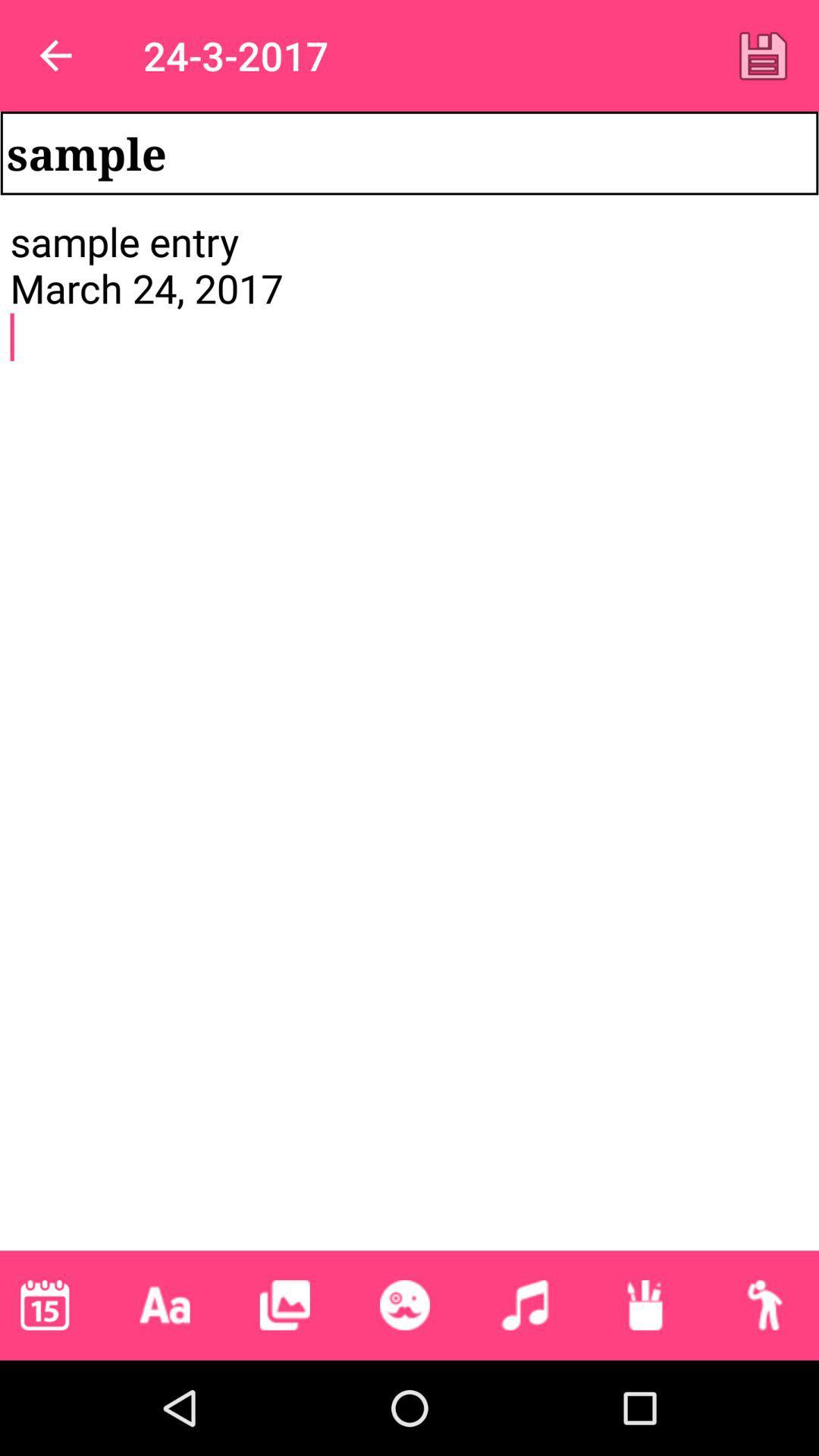  What do you see at coordinates (44, 1304) in the screenshot?
I see `calendar access menu` at bounding box center [44, 1304].